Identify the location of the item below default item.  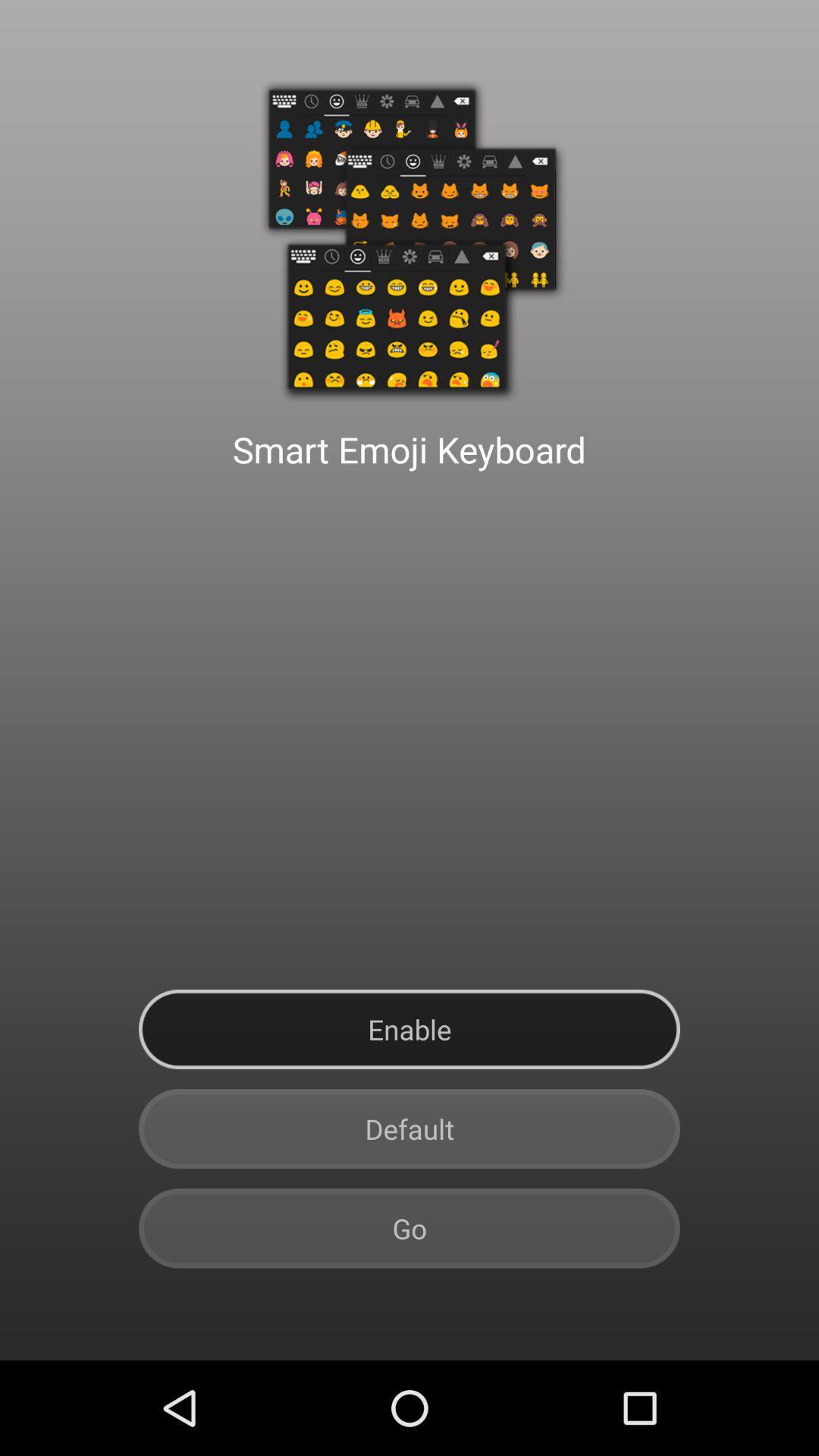
(409, 1228).